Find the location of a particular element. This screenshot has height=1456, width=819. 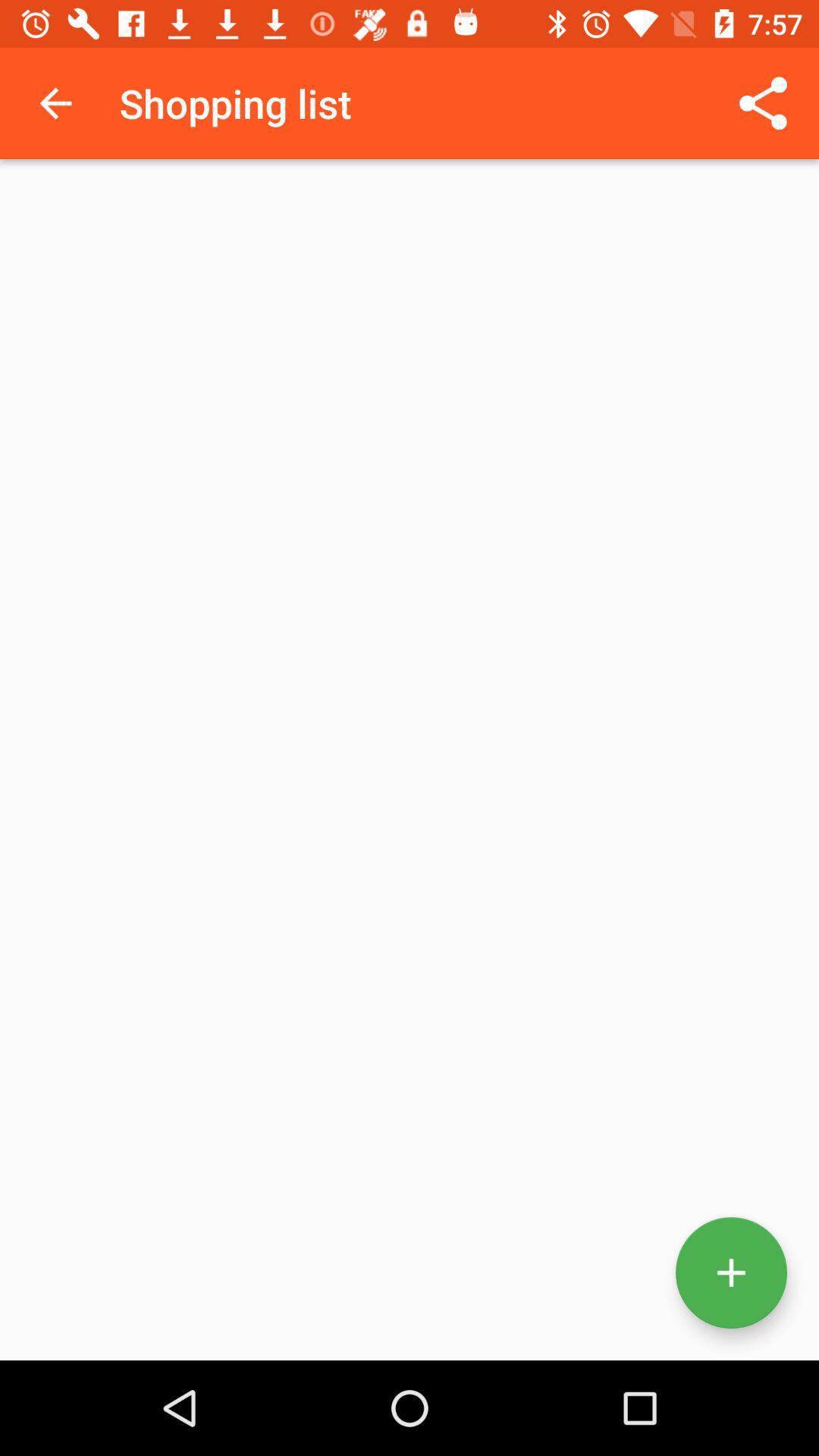

the item to the left of shopping list app is located at coordinates (55, 102).